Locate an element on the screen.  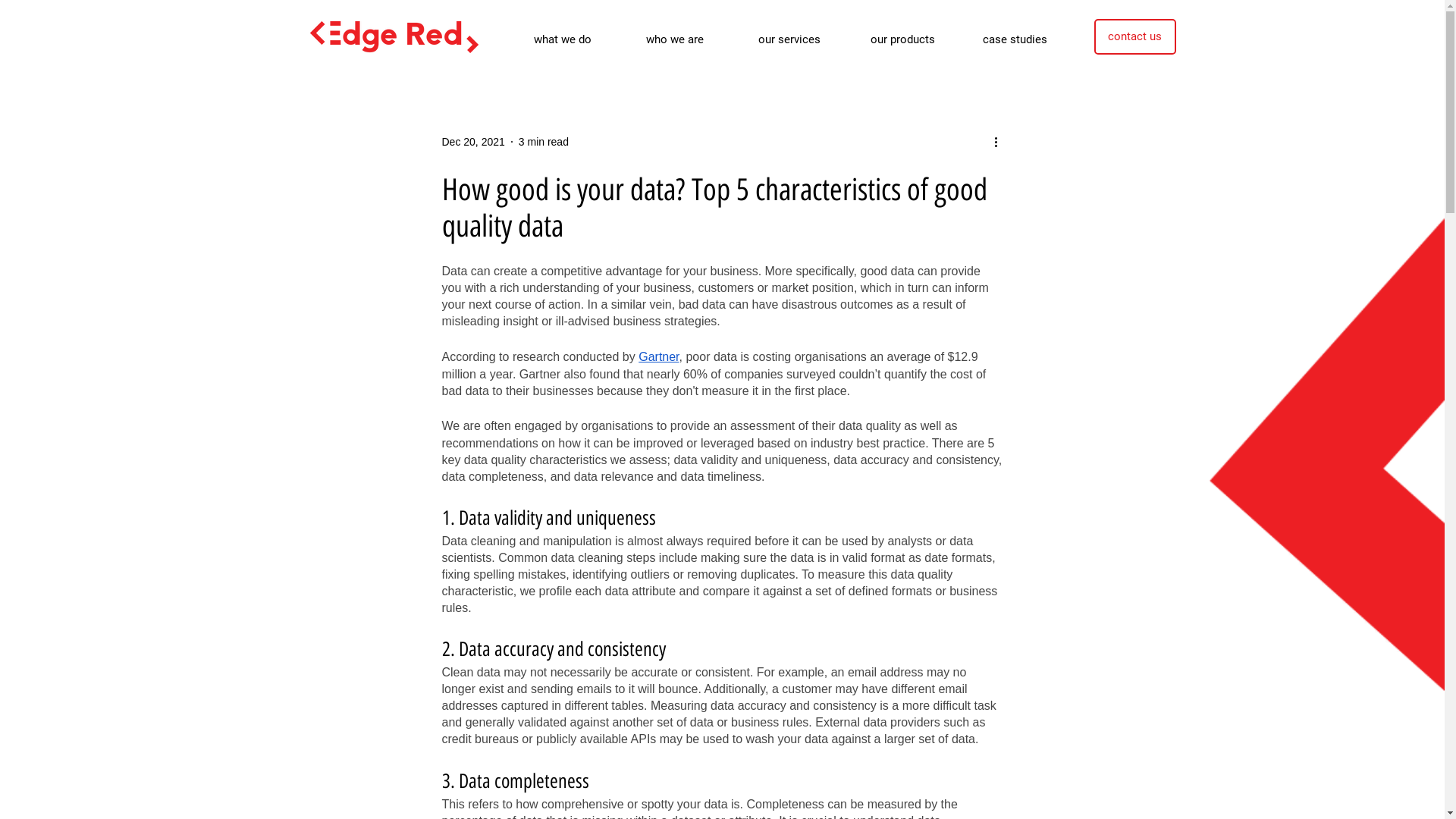
'case studies' is located at coordinates (1026, 38).